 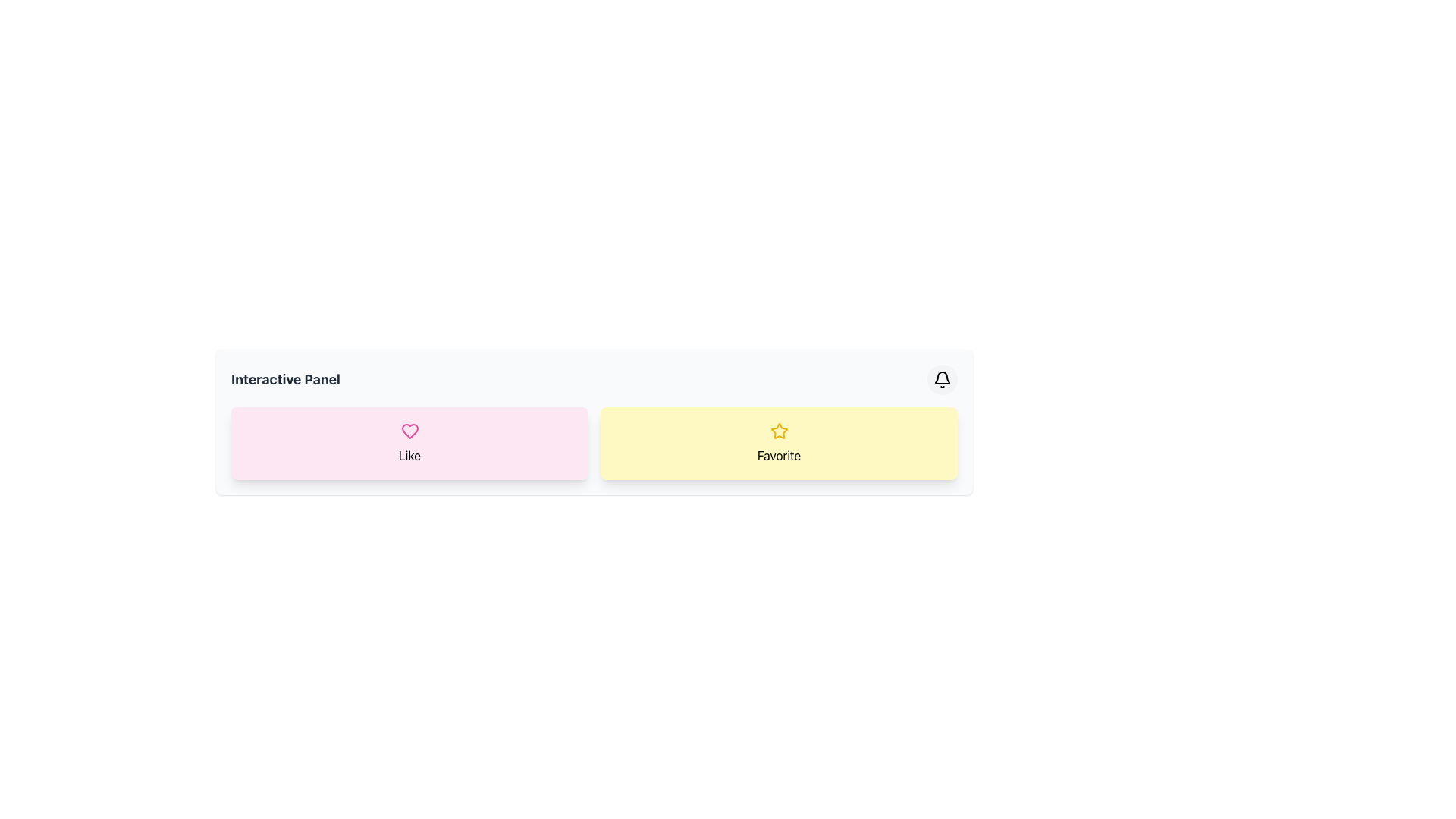 What do you see at coordinates (779, 431) in the screenshot?
I see `the yellow star icon with a hollow center, which is centered within the yellow 'Favorite' button` at bounding box center [779, 431].